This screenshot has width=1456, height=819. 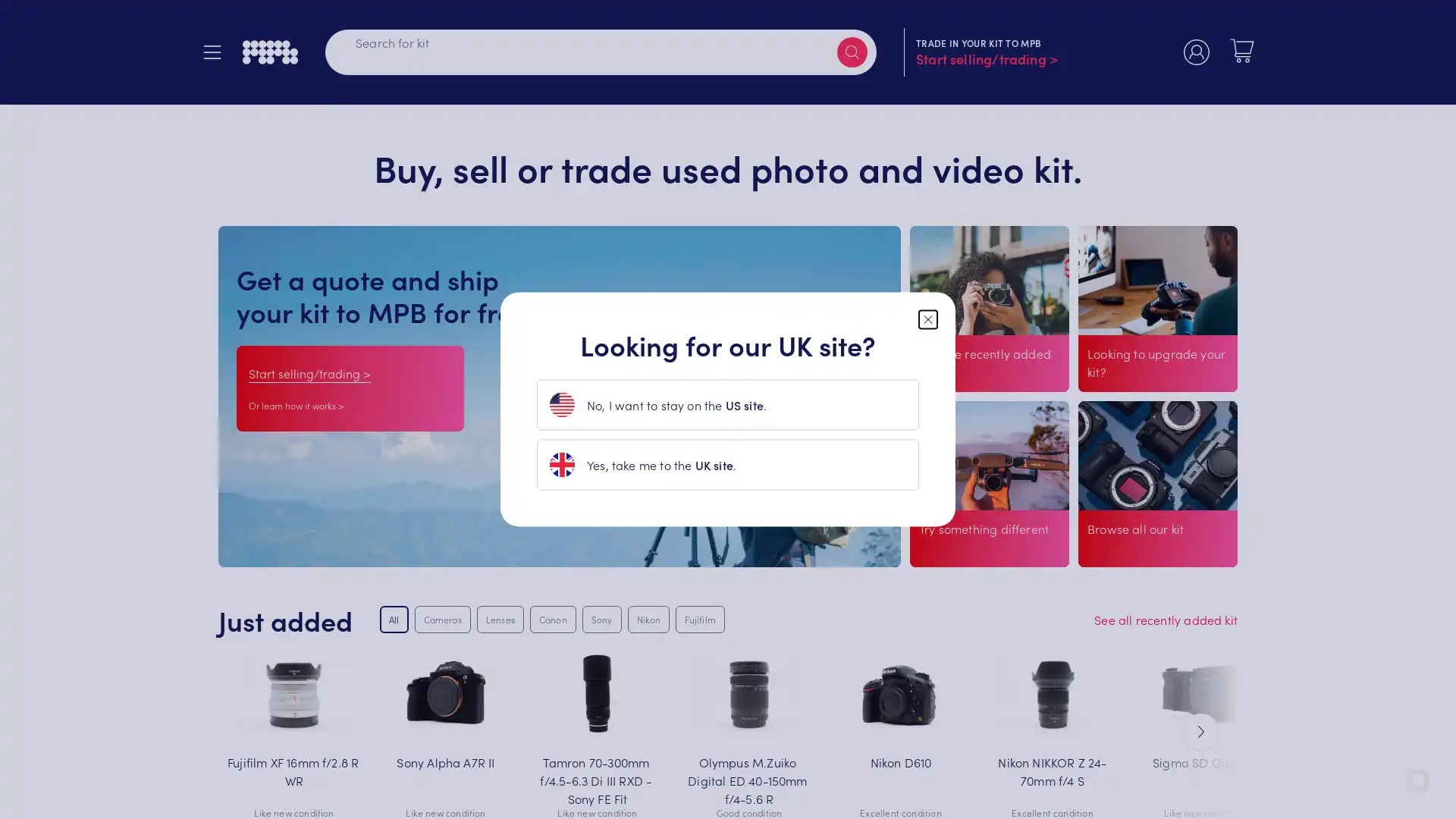 What do you see at coordinates (1241, 52) in the screenshot?
I see `Cart` at bounding box center [1241, 52].